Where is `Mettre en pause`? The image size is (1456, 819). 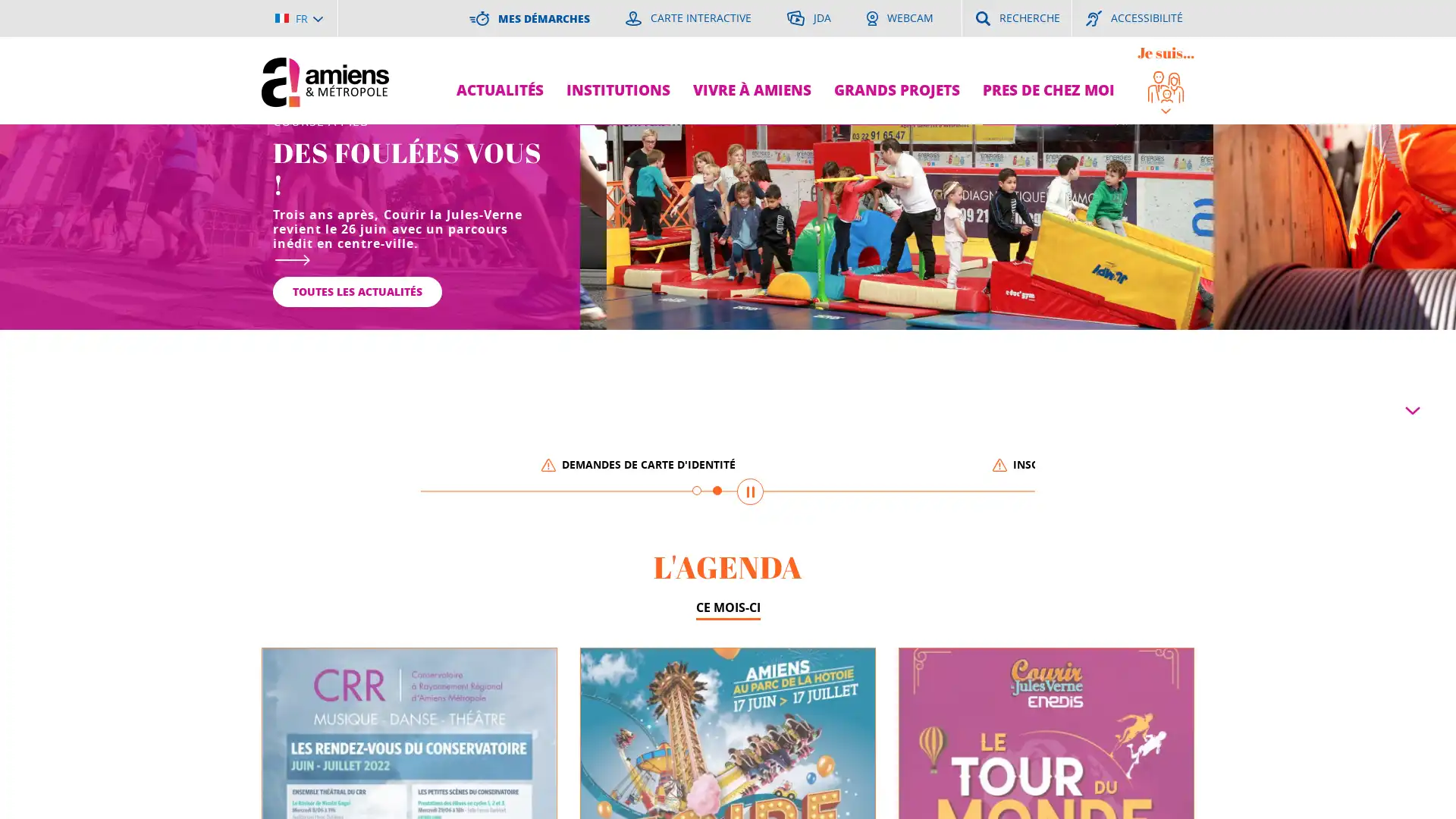 Mettre en pause is located at coordinates (543, 370).